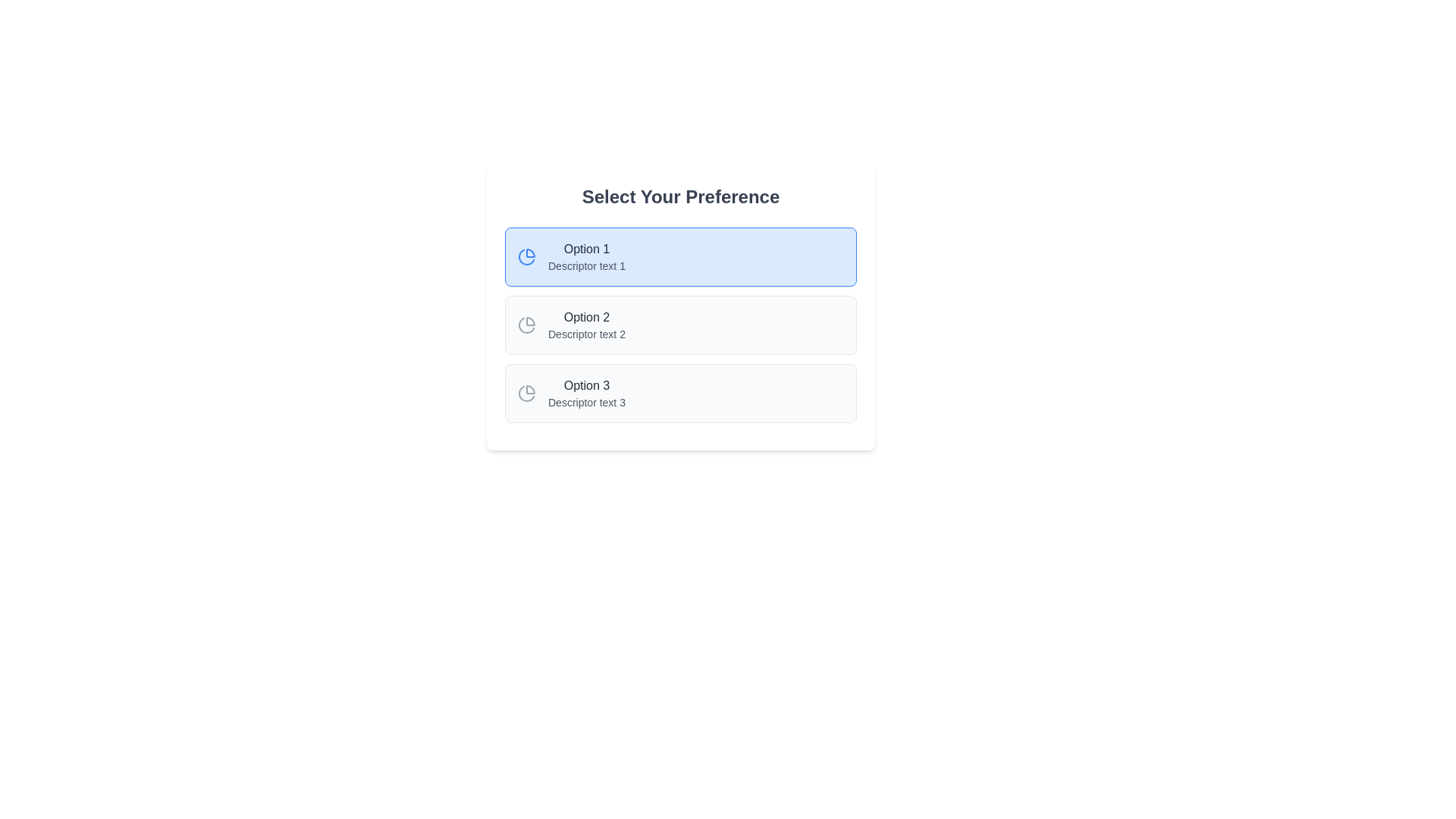 This screenshot has width=1456, height=819. Describe the element at coordinates (679, 196) in the screenshot. I see `the heading element that serves as the title for the section, which is displayed centrally aligned in a white card with soft shadows` at that location.